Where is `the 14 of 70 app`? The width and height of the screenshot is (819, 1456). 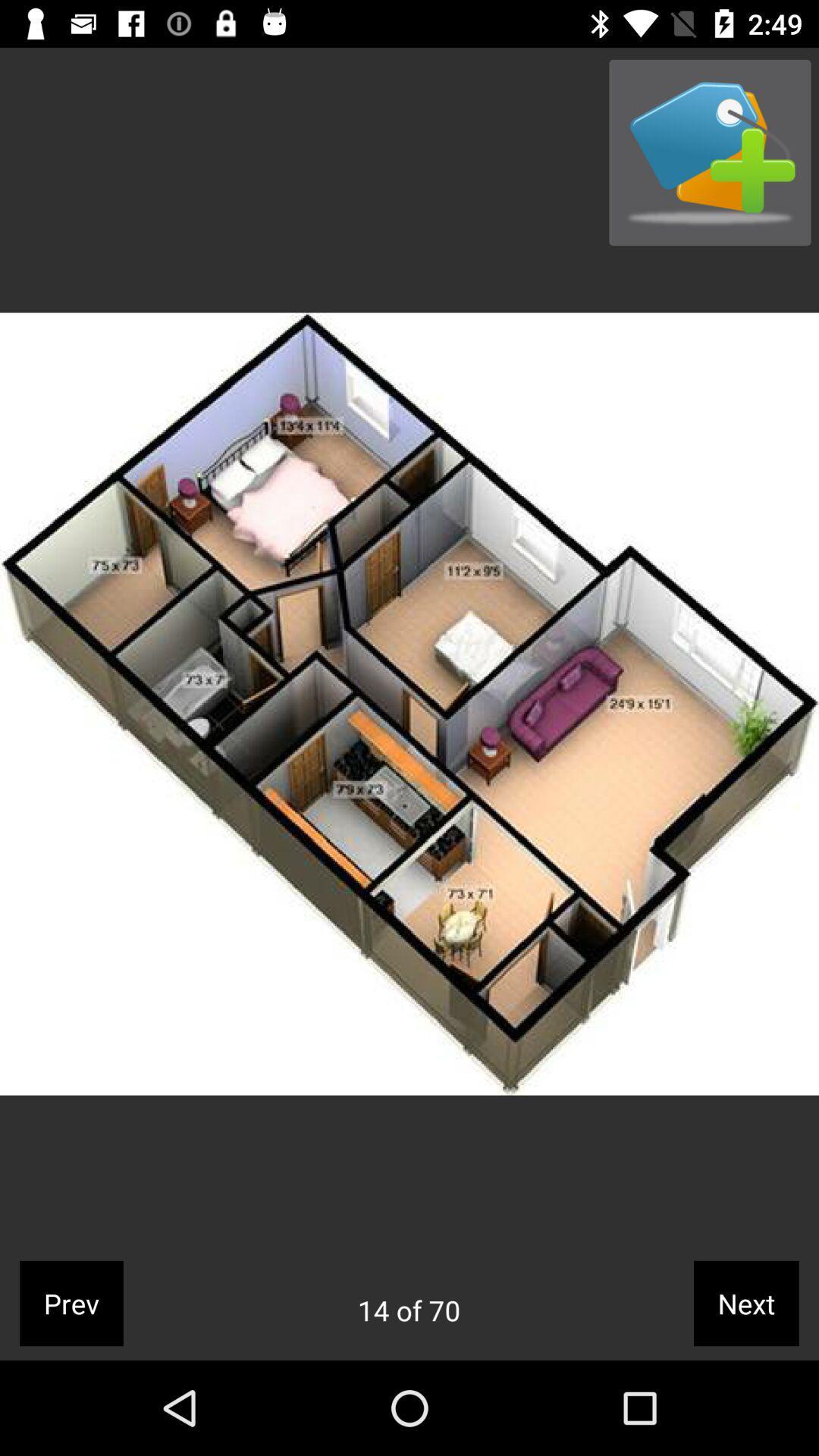 the 14 of 70 app is located at coordinates (408, 1310).